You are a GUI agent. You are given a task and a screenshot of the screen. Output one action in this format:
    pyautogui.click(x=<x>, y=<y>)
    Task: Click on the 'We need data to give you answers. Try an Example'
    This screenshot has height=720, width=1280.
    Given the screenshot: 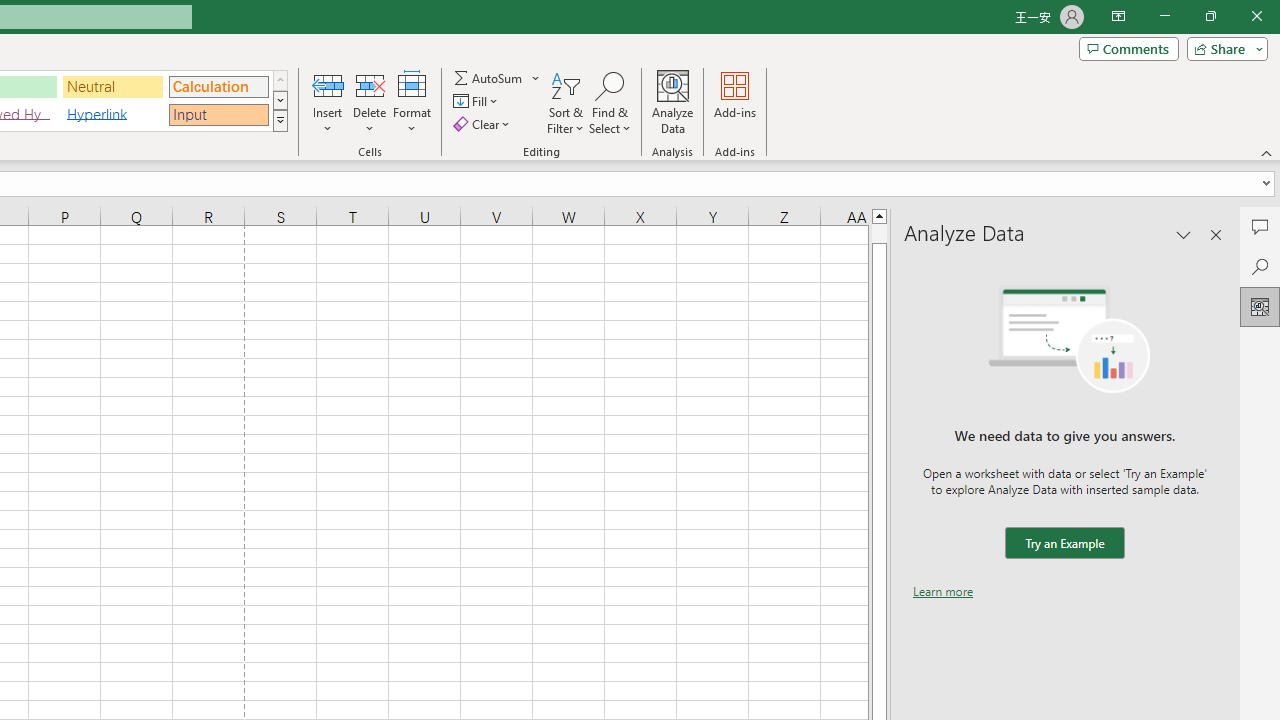 What is the action you would take?
    pyautogui.click(x=1063, y=543)
    